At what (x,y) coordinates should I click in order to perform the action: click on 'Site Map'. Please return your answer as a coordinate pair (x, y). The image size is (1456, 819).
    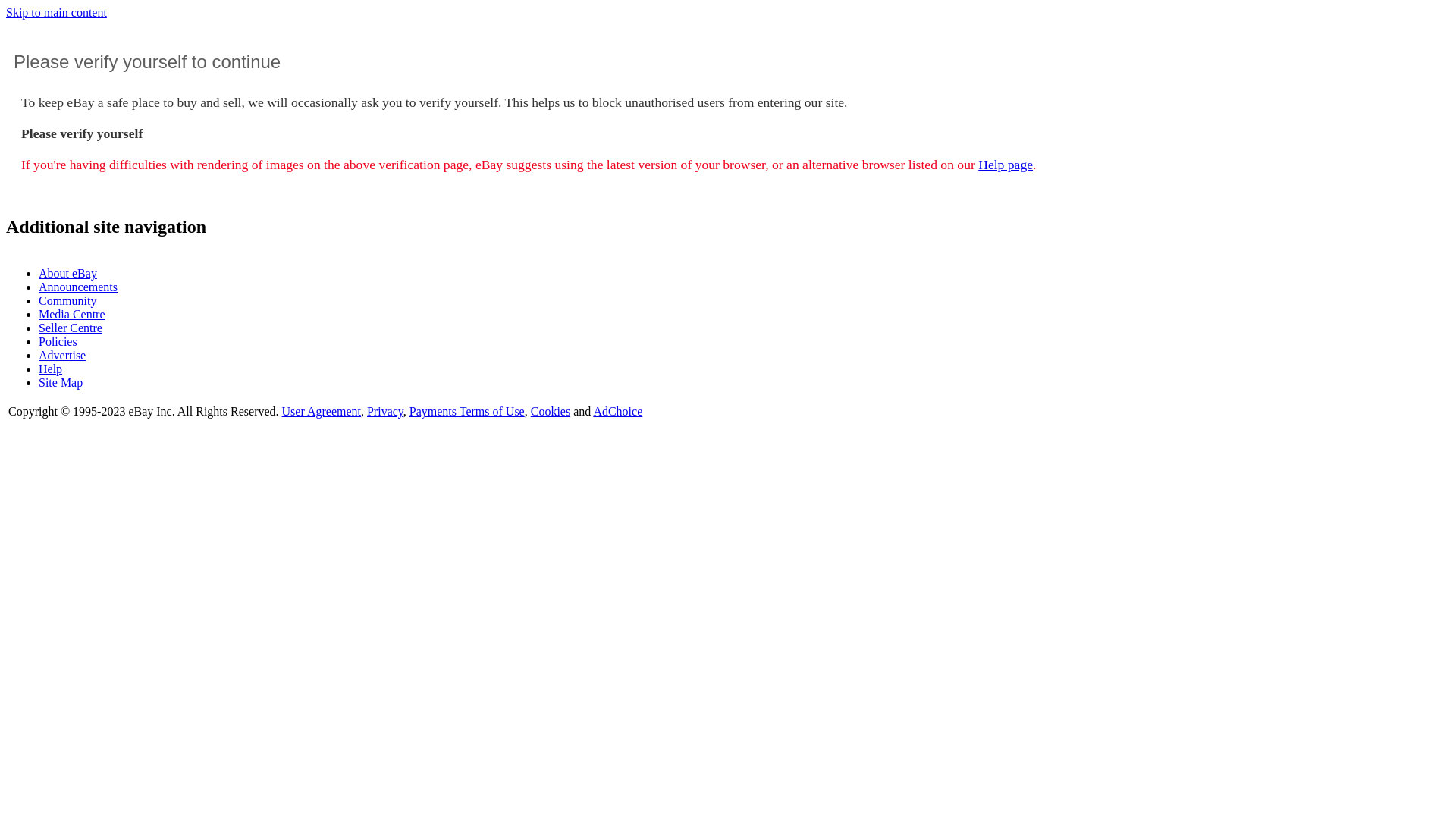
    Looking at the image, I should click on (61, 381).